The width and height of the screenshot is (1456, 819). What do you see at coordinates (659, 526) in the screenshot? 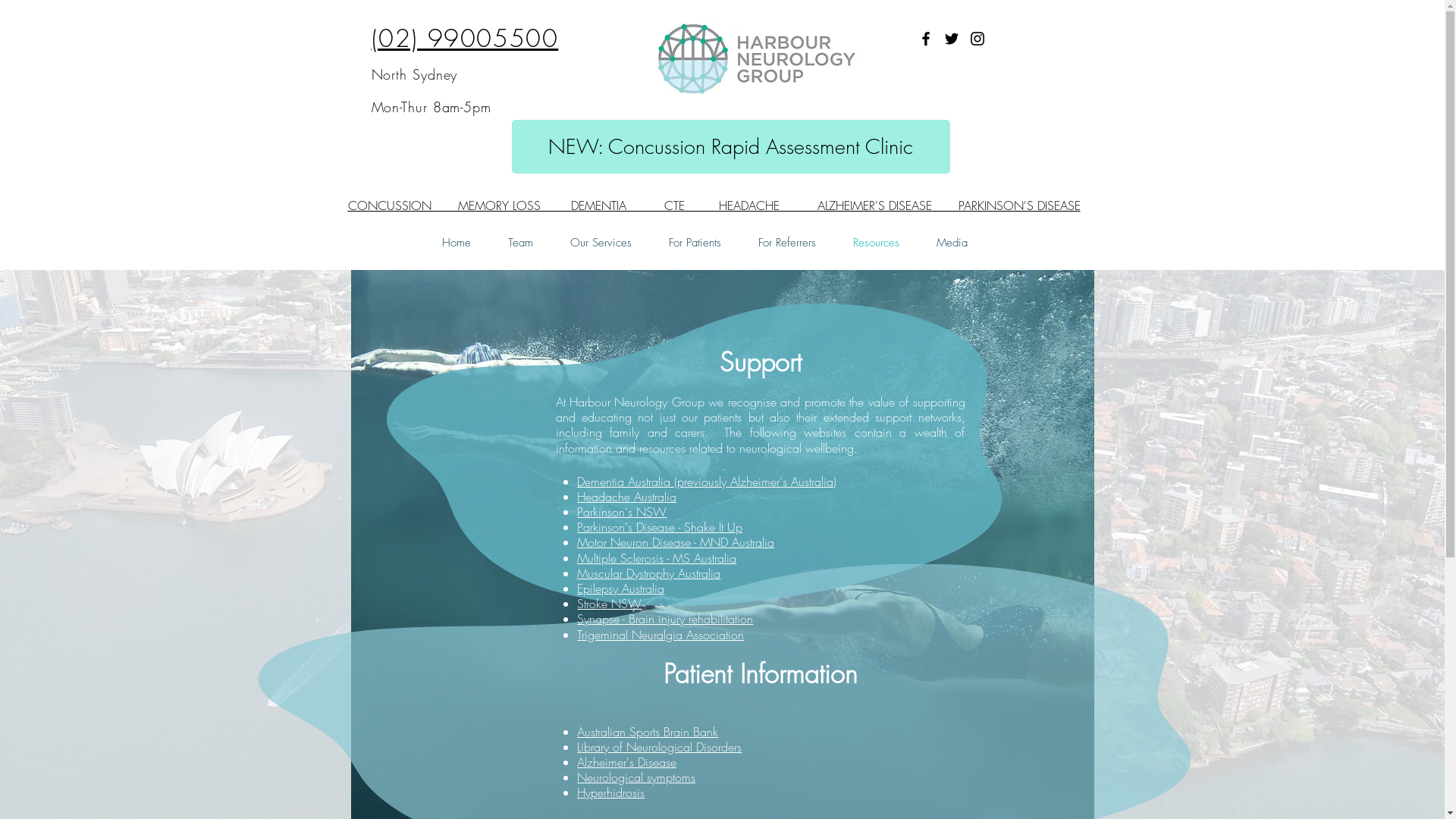
I see `'Parkinson's Disease - Shake It Up'` at bounding box center [659, 526].